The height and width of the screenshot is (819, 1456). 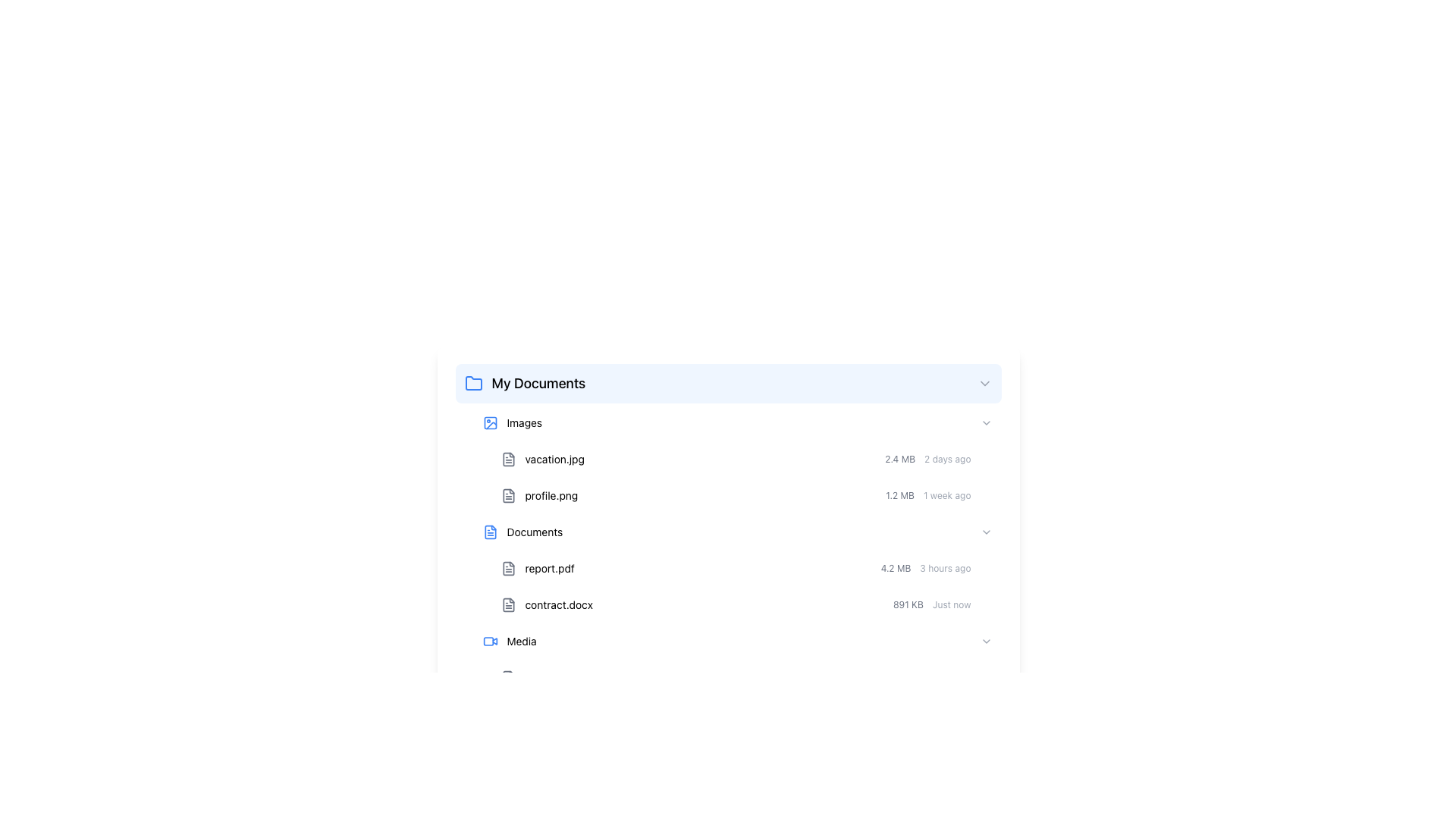 I want to click on the file icon representing 'profile.png', so click(x=508, y=496).